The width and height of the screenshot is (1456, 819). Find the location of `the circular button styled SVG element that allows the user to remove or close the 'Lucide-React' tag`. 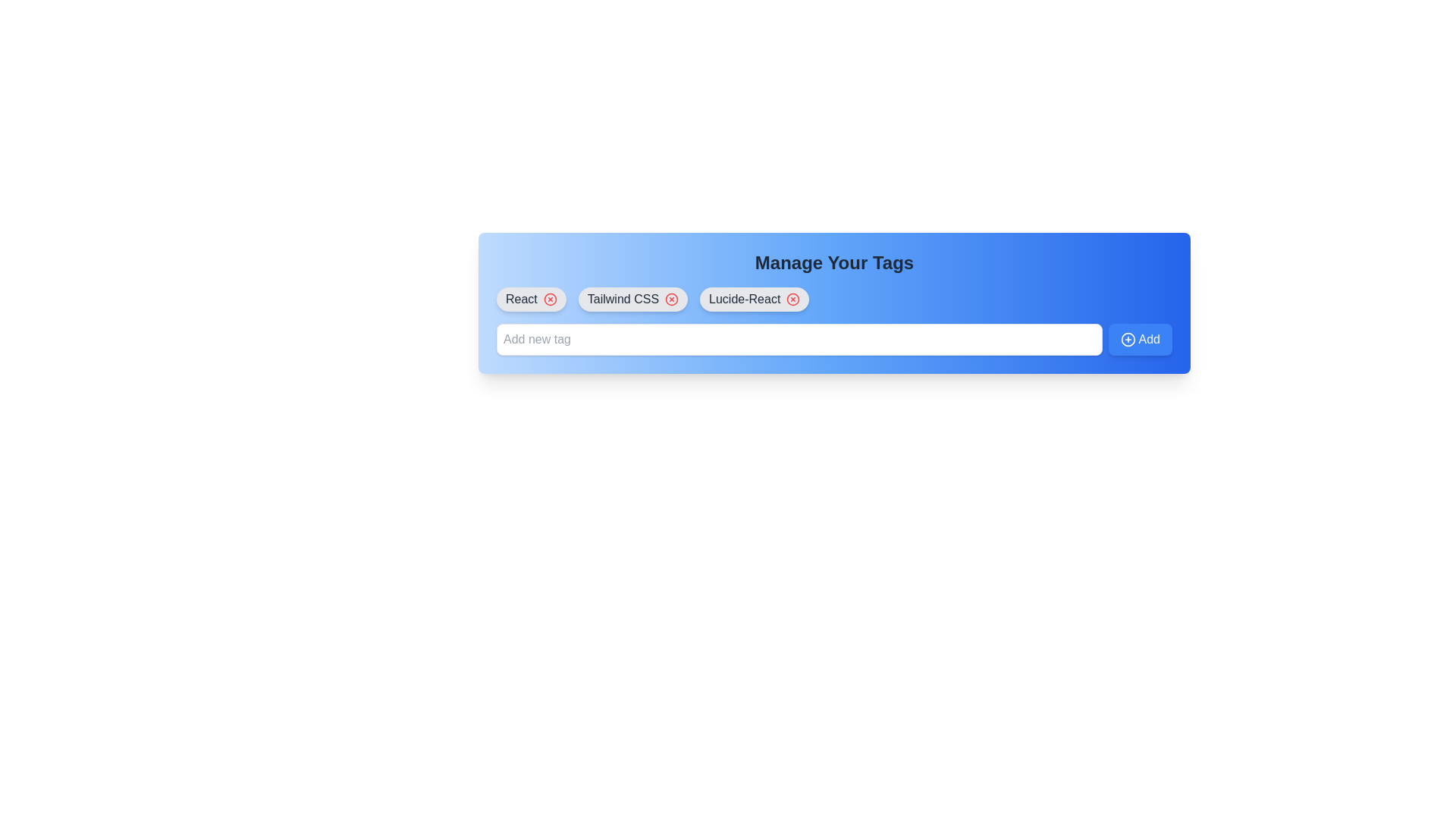

the circular button styled SVG element that allows the user to remove or close the 'Lucide-React' tag is located at coordinates (792, 299).